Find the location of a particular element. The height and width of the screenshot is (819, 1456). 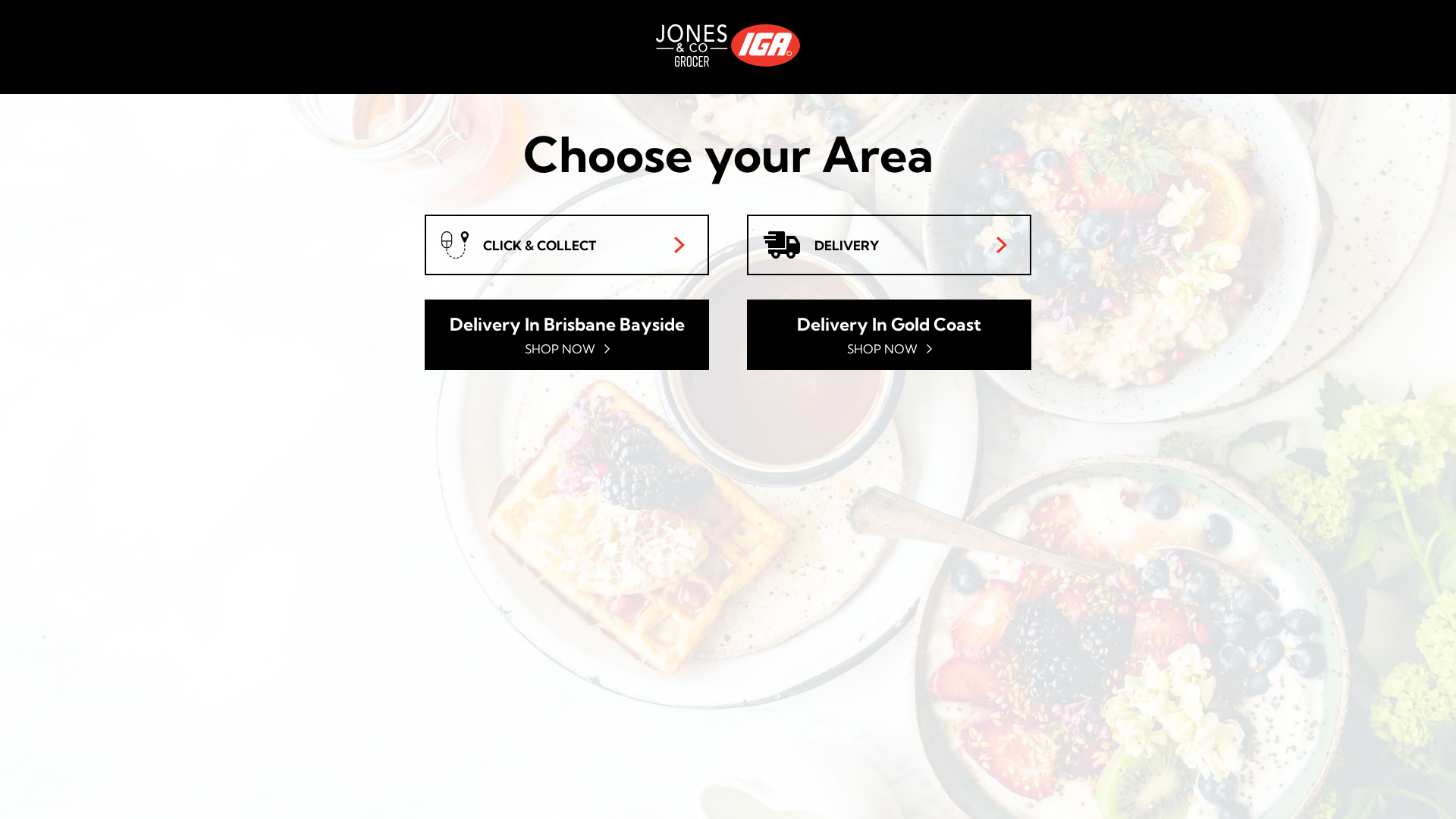

'DELIVERY' is located at coordinates (889, 244).